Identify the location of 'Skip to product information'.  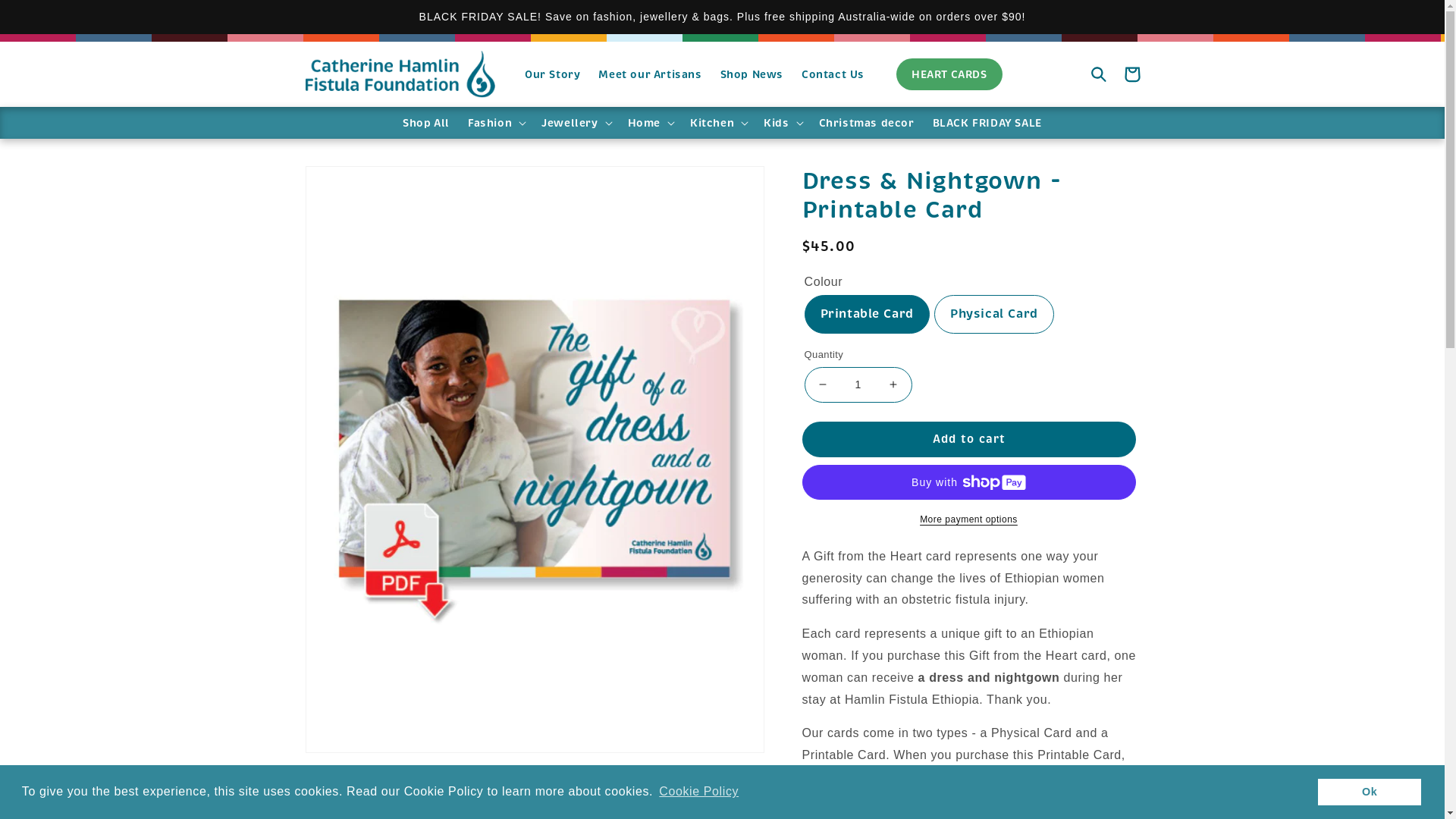
(304, 182).